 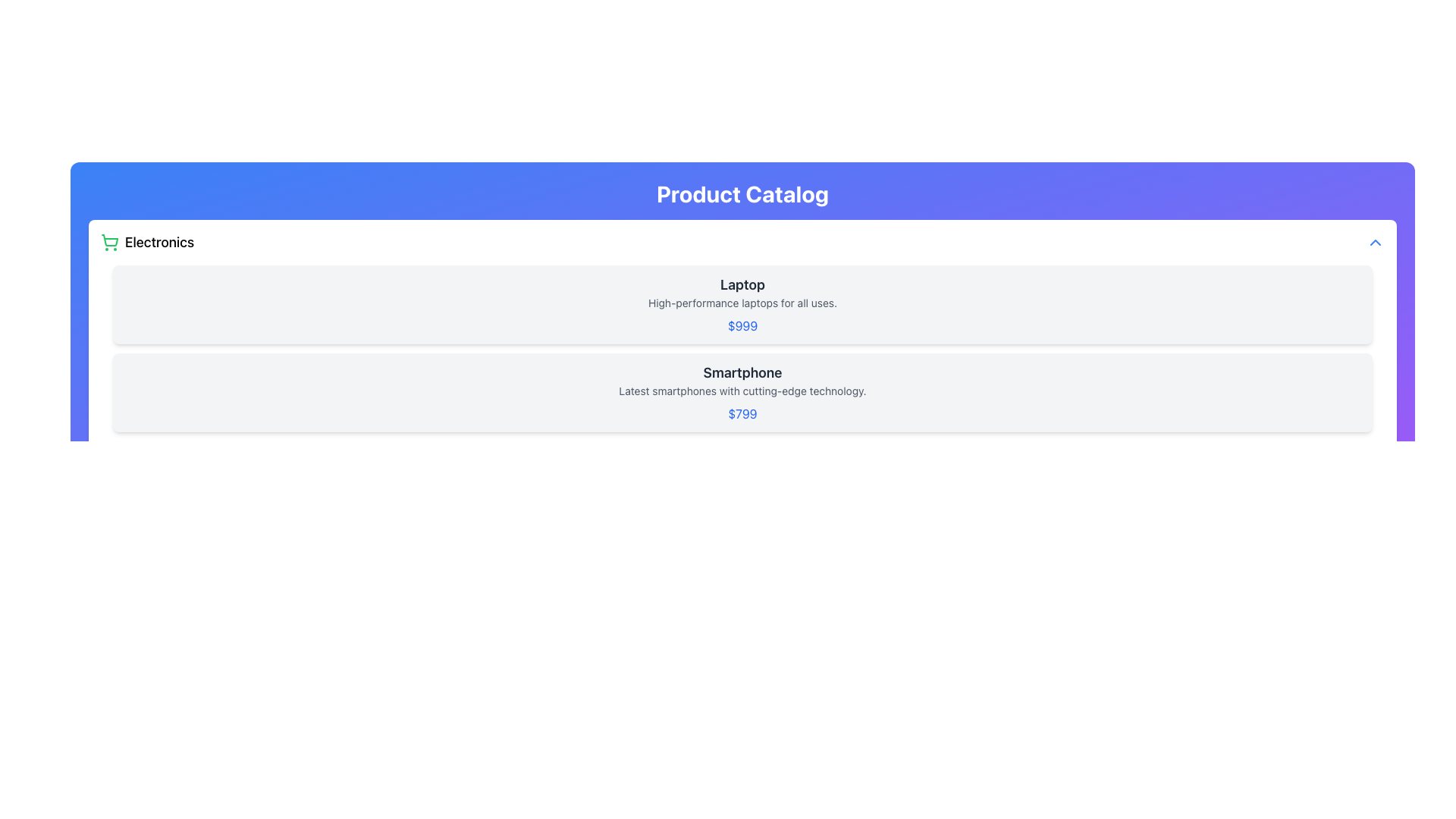 What do you see at coordinates (742, 303) in the screenshot?
I see `the second piece of text in the product description, located under 'Laptop' and above the price '$999'` at bounding box center [742, 303].